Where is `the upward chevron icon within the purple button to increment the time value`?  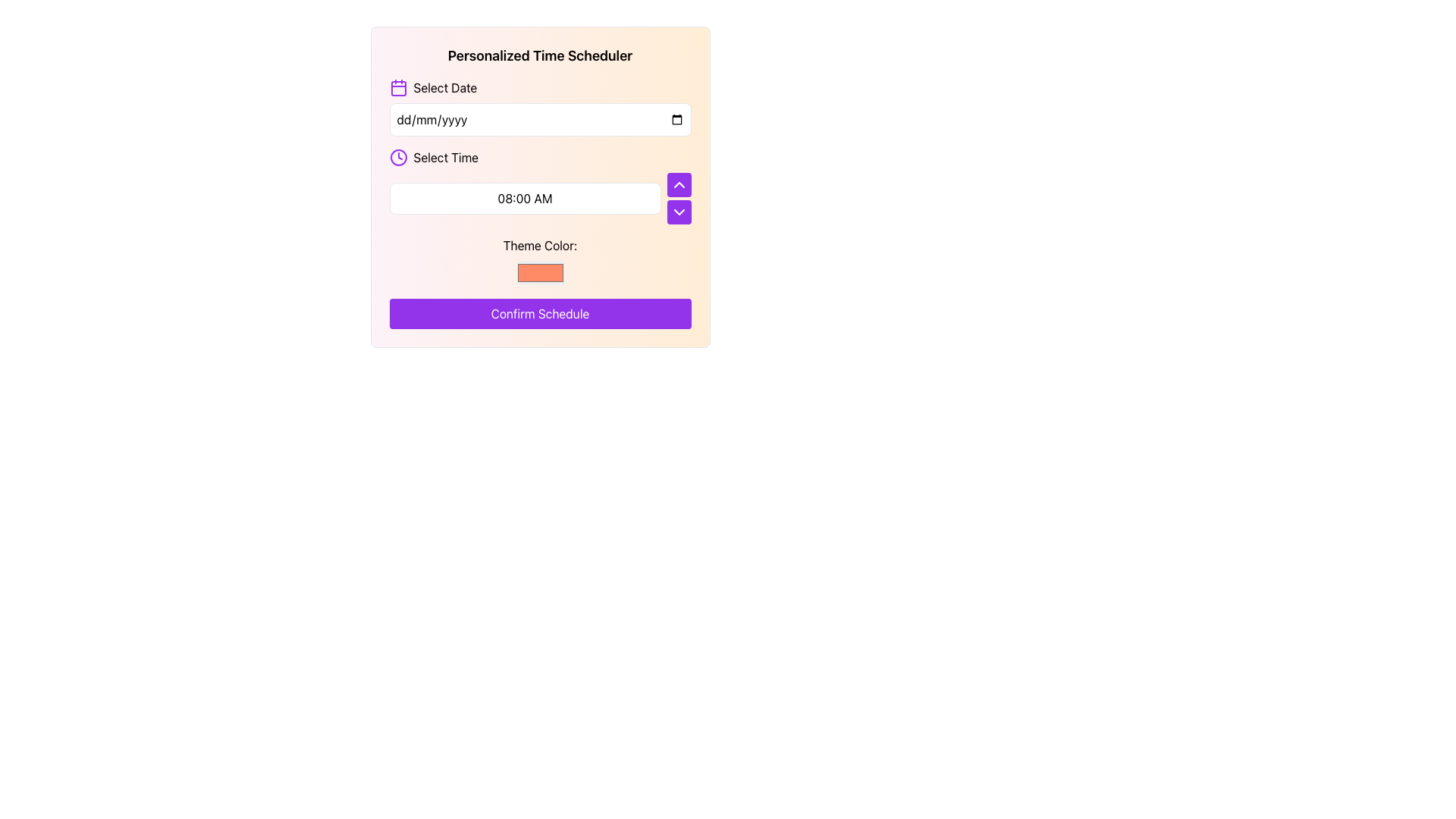
the upward chevron icon within the purple button to increment the time value is located at coordinates (678, 184).